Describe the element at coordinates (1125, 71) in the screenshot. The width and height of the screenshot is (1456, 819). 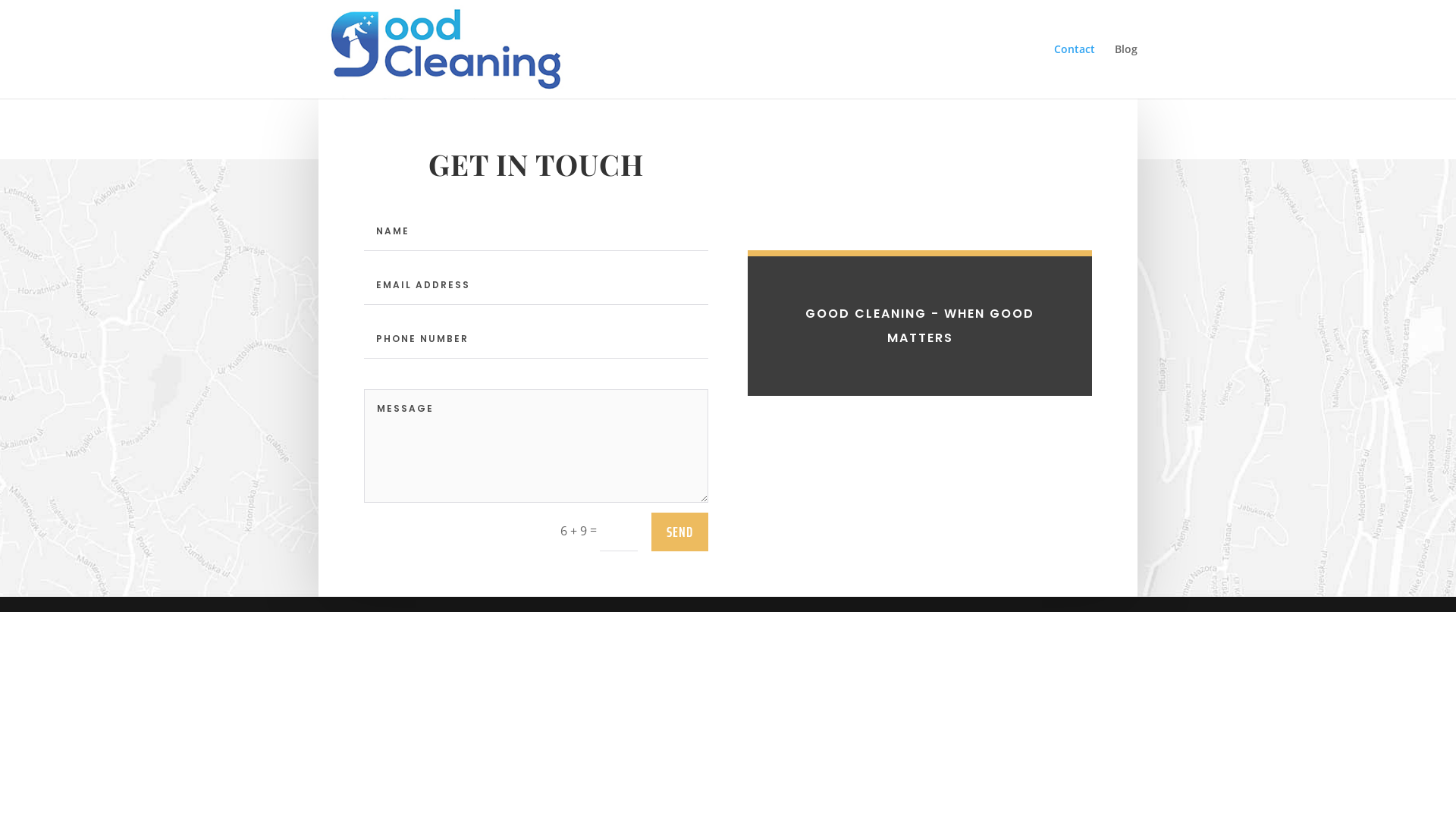
I see `'Blog'` at that location.